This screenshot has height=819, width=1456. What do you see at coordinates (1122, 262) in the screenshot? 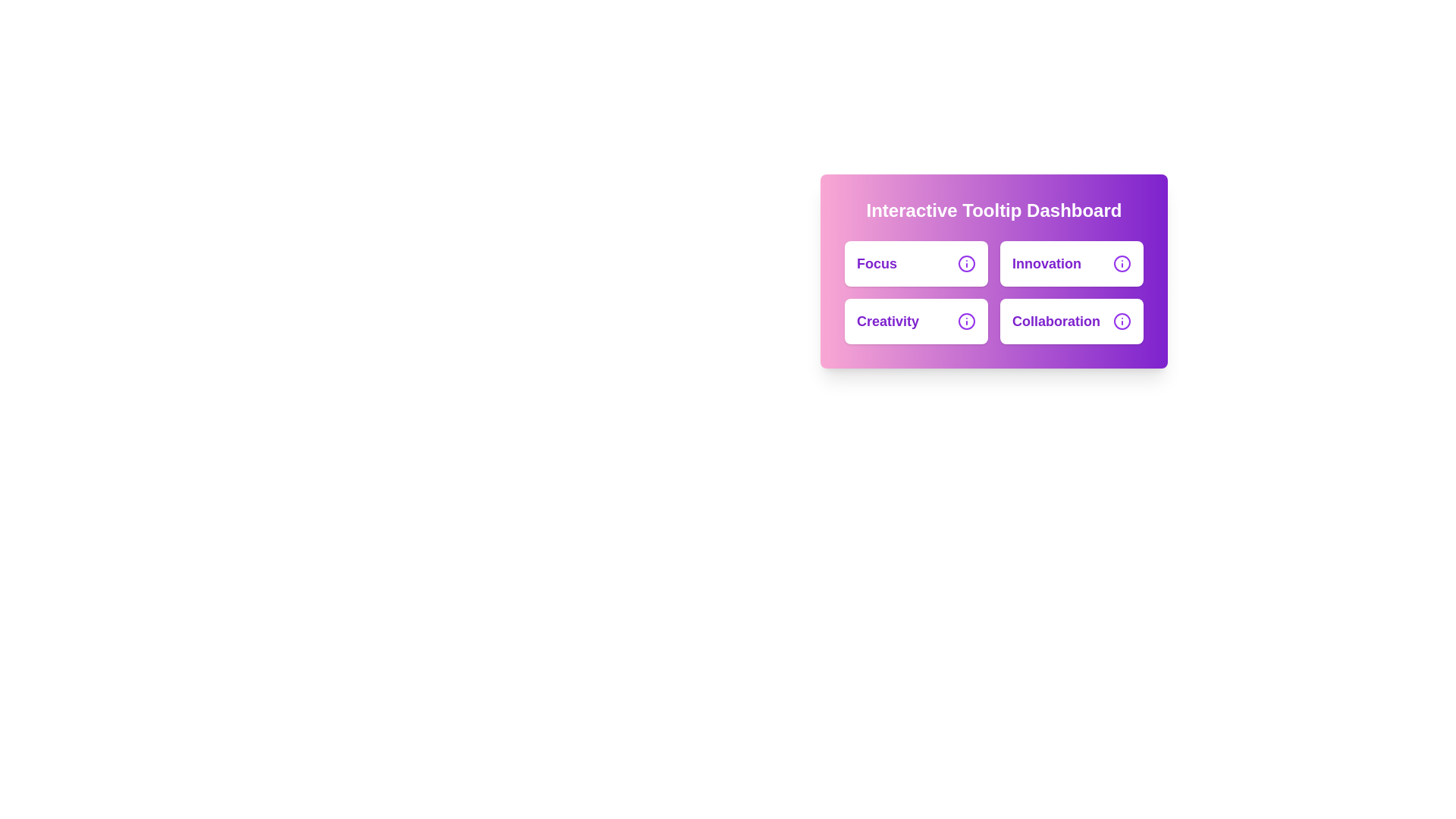
I see `the circular icon with a purple outline and an 'i' symbol, located to the right of the text 'Innovation'` at bounding box center [1122, 262].